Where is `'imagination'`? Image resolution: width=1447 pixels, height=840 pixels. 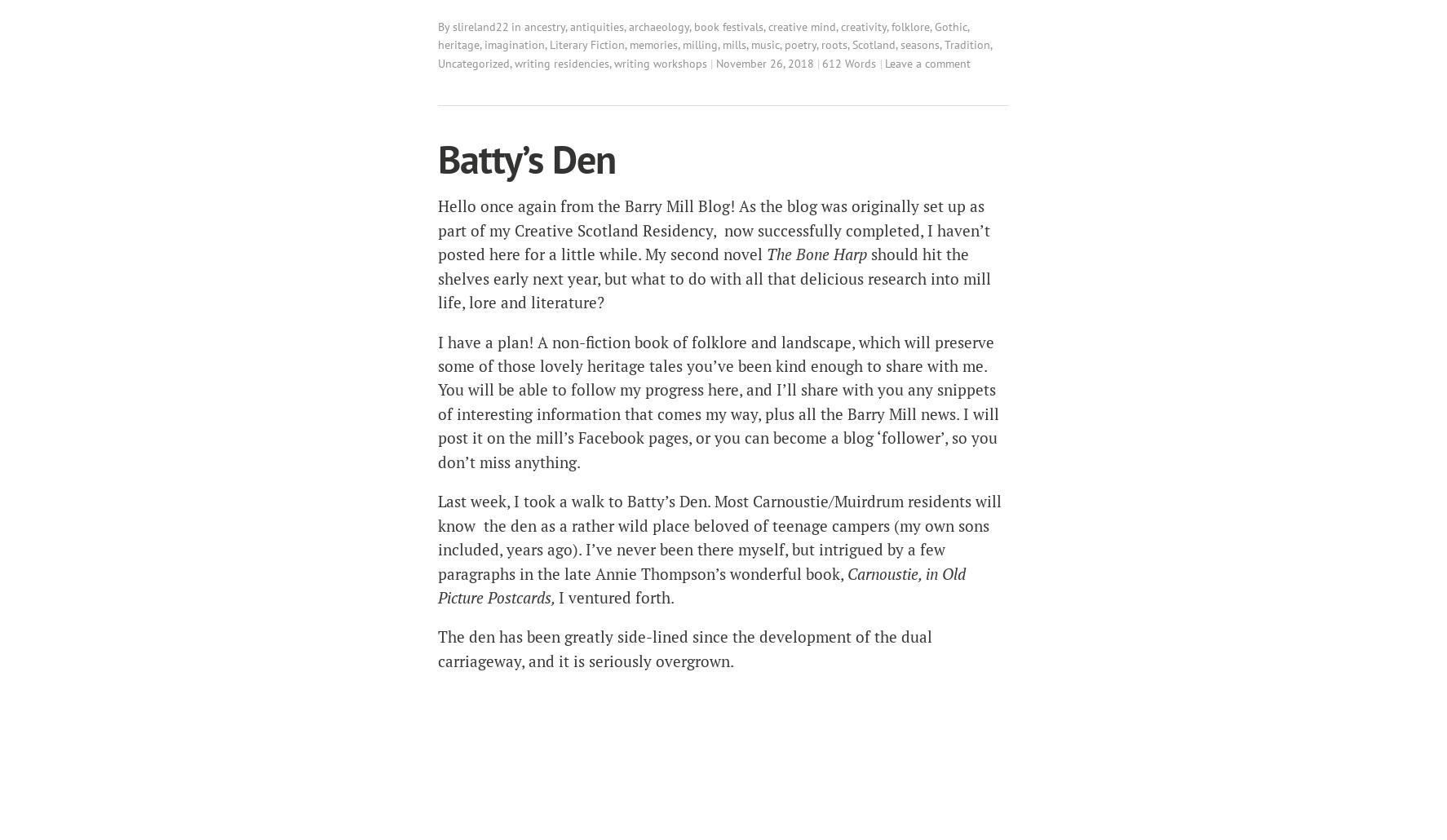 'imagination' is located at coordinates (515, 45).